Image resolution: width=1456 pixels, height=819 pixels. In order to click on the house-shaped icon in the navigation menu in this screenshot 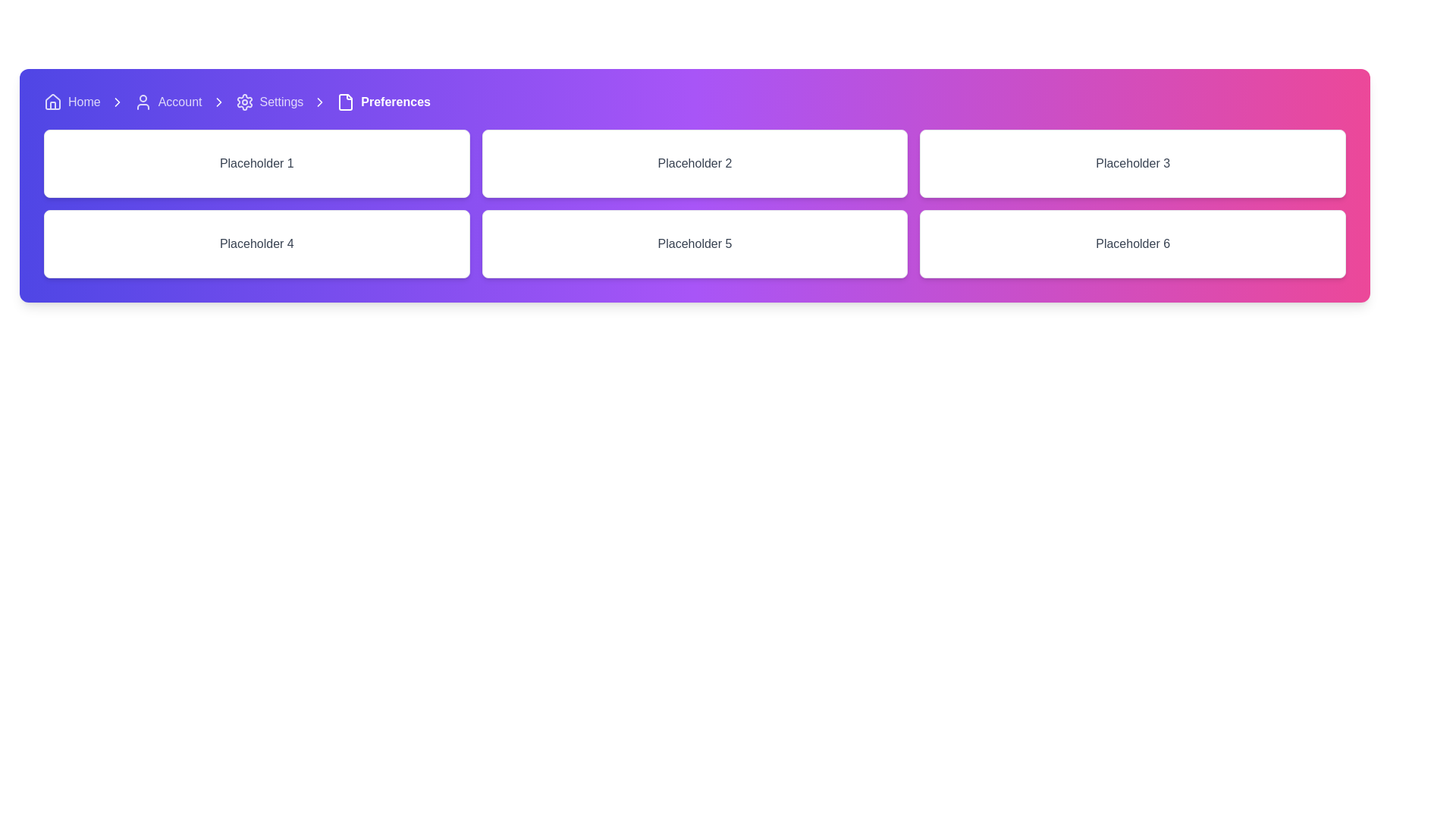, I will do `click(53, 102)`.